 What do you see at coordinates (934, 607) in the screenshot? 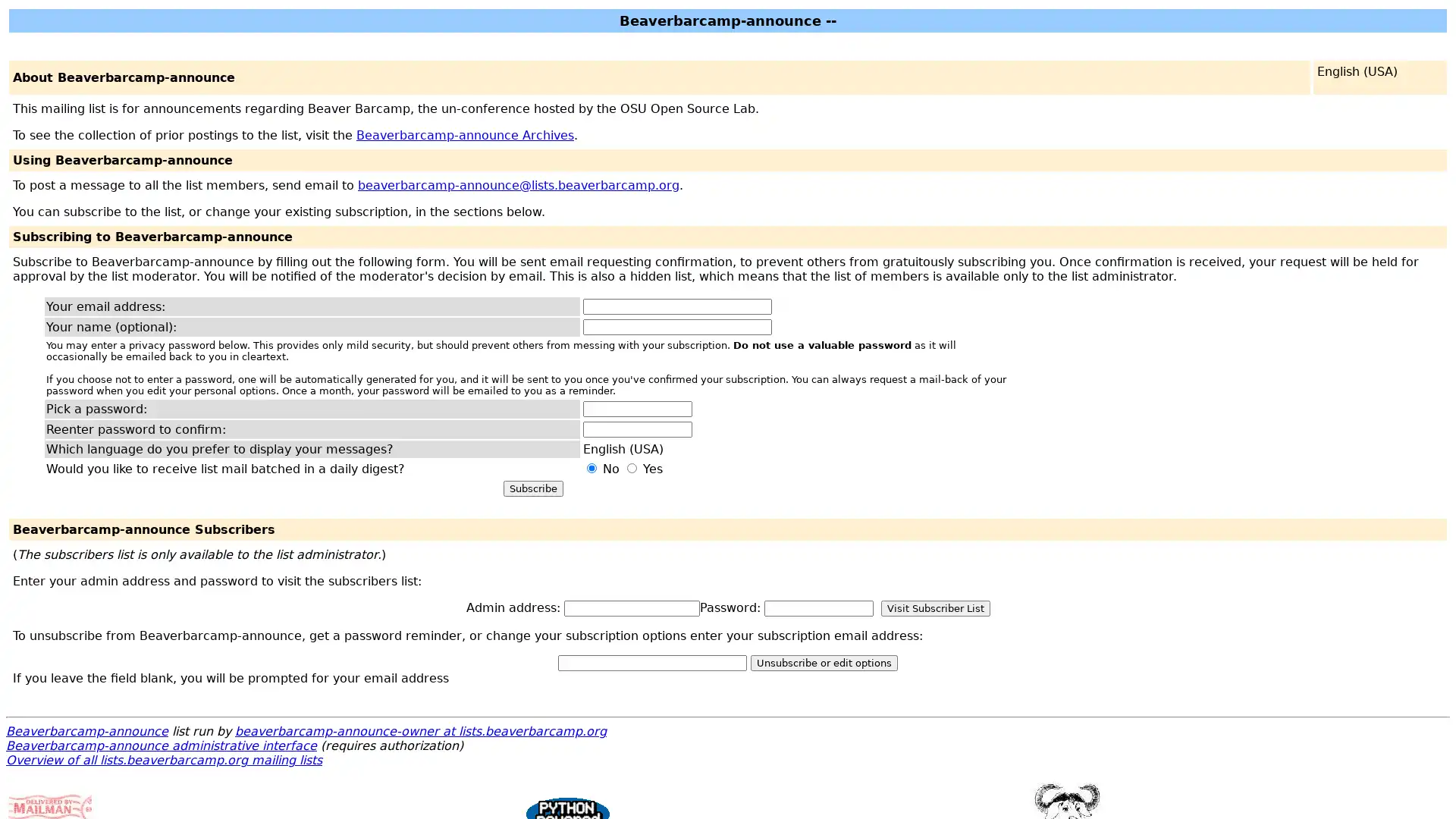
I see `Visit Subscriber List` at bounding box center [934, 607].